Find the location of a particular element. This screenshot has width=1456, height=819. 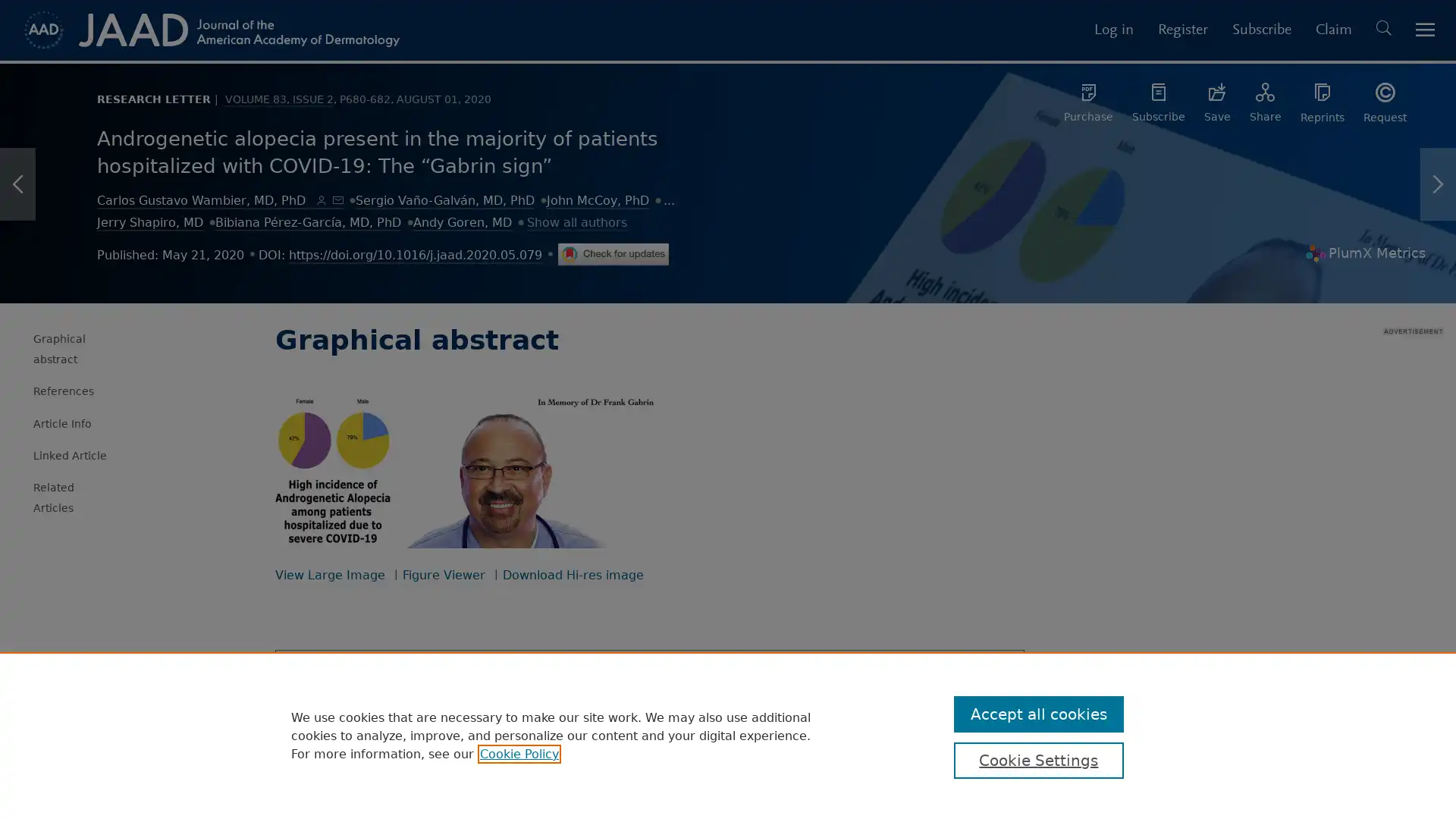

Cookie Settings is located at coordinates (1037, 760).